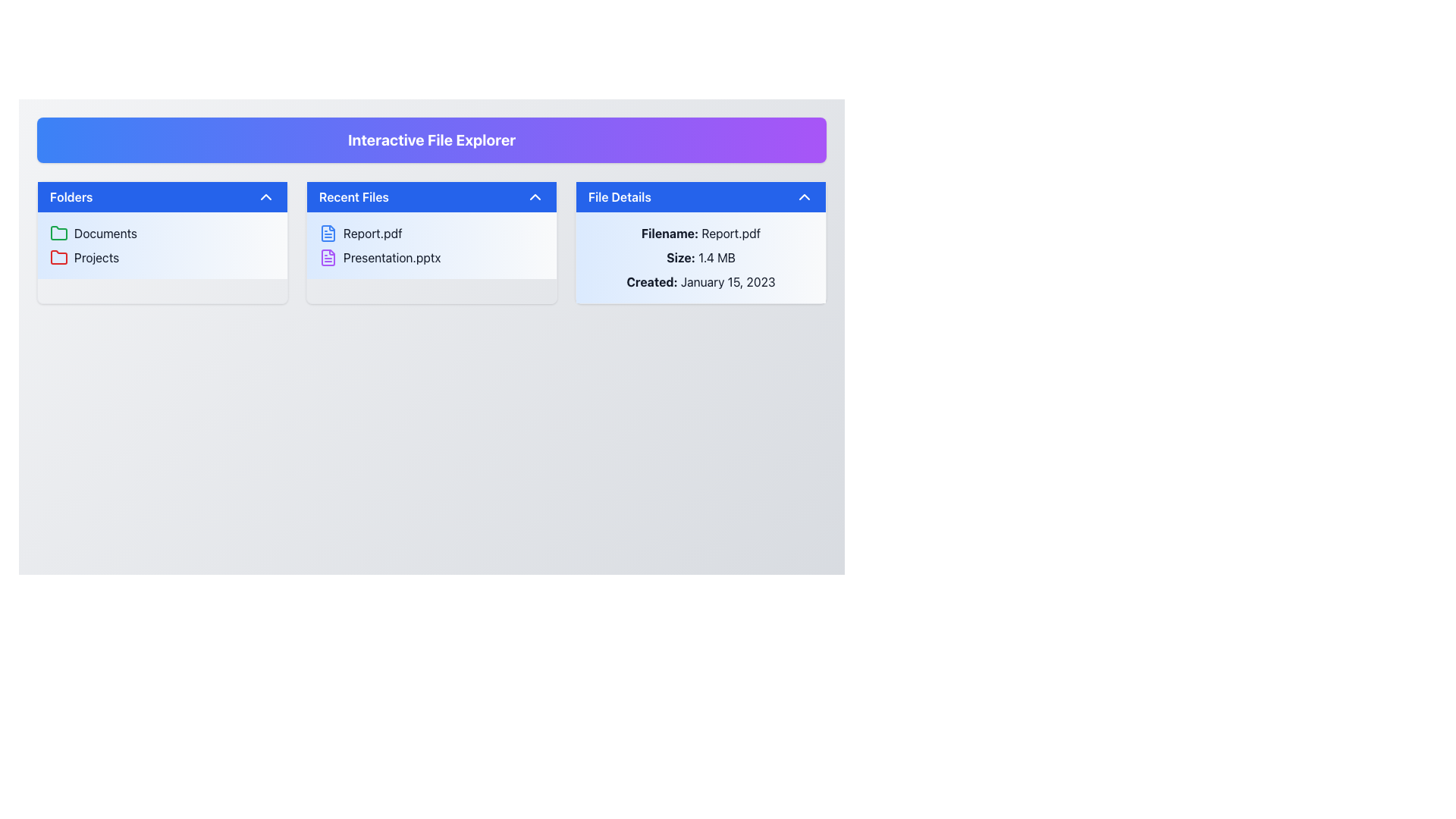  Describe the element at coordinates (372, 234) in the screenshot. I see `the 'Report.pdf' text label, which is the first file entry` at that location.